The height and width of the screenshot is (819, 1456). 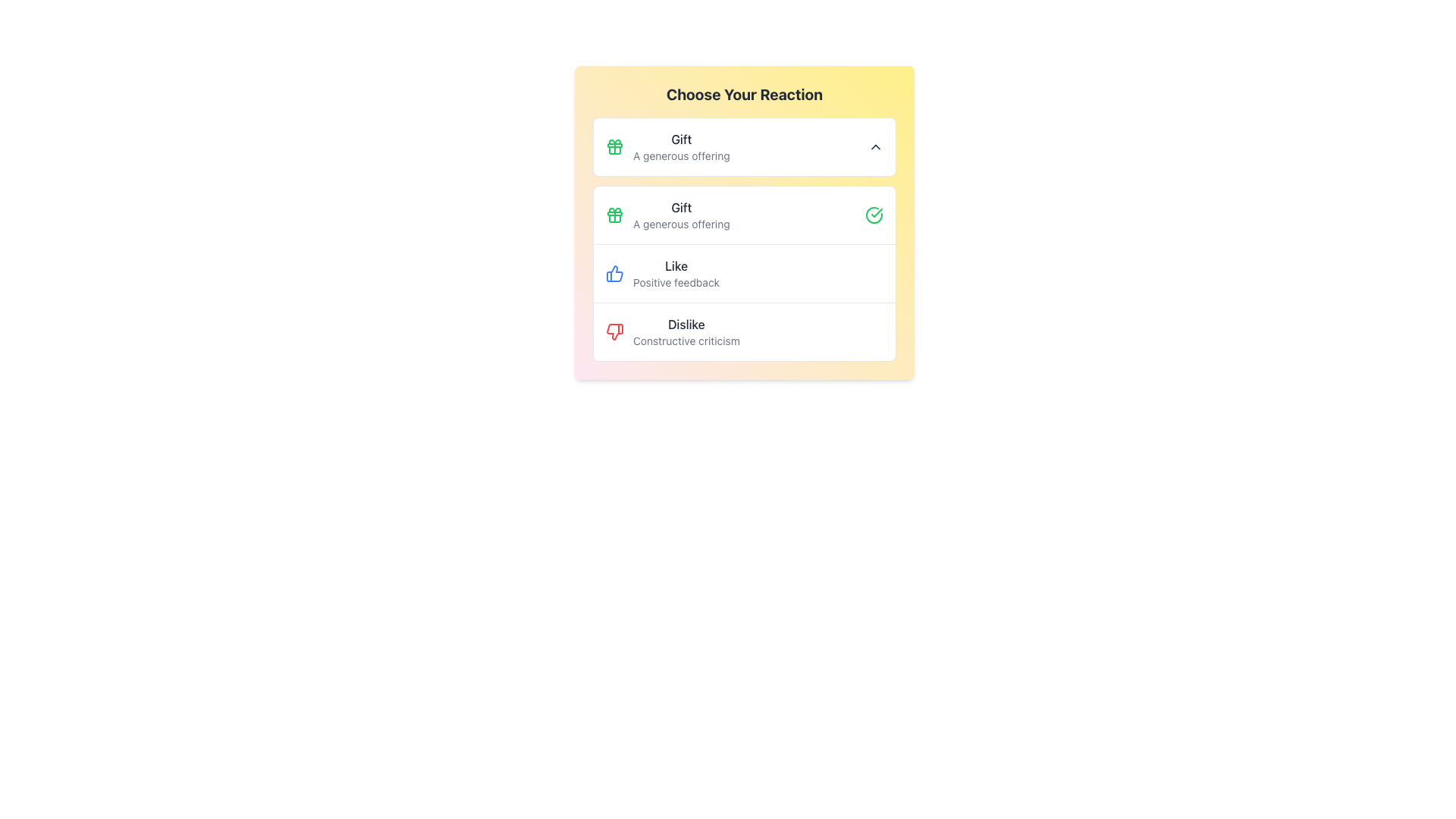 I want to click on descriptive text of the label indicating a positive feedback option located between the second 'Gift' option and the 'Dislike' option, so click(x=676, y=274).